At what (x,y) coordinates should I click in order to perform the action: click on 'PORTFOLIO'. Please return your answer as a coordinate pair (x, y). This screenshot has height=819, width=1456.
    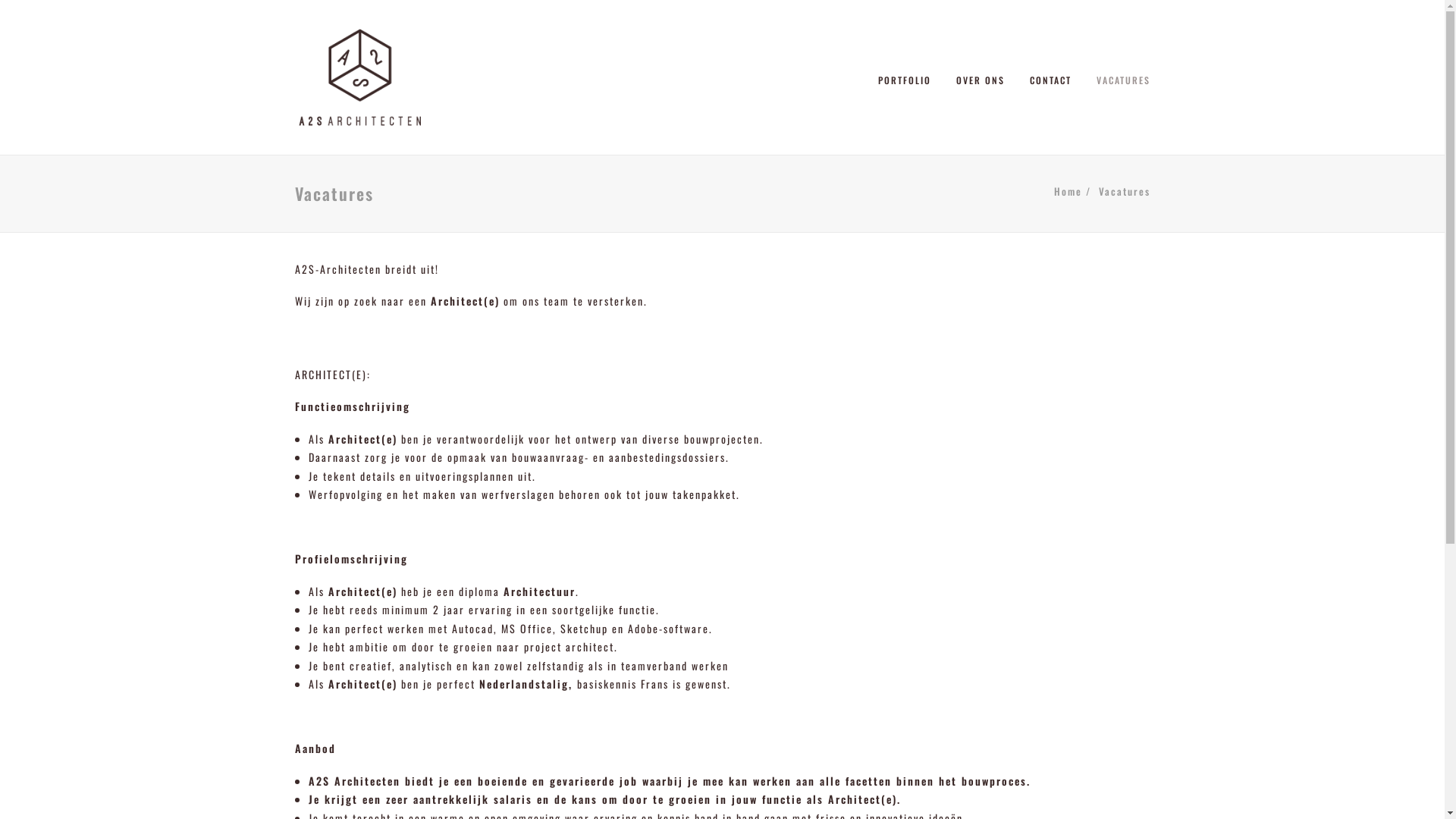
    Looking at the image, I should click on (910, 77).